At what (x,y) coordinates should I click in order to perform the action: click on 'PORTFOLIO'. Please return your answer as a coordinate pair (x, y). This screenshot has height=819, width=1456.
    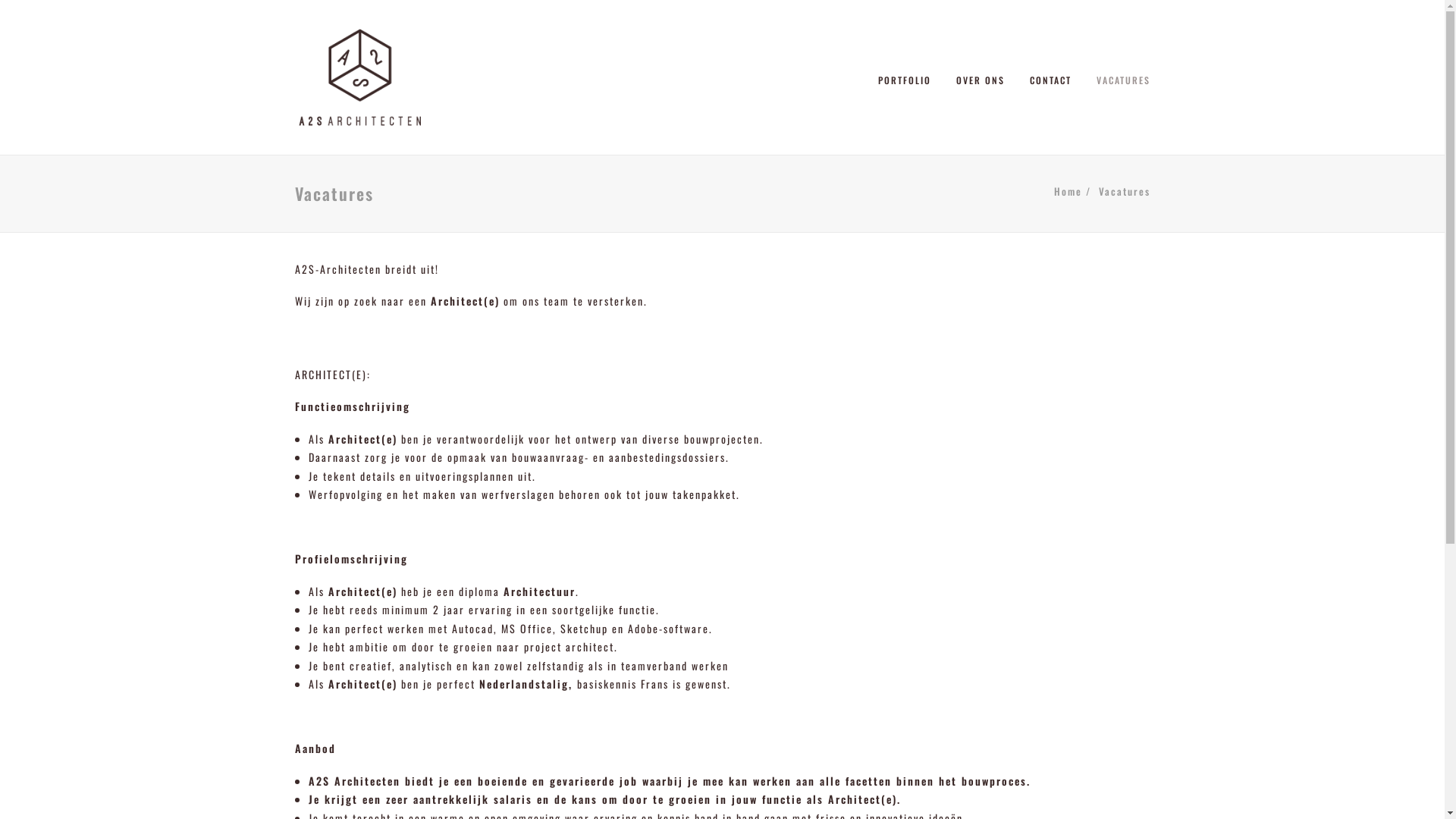
    Looking at the image, I should click on (910, 77).